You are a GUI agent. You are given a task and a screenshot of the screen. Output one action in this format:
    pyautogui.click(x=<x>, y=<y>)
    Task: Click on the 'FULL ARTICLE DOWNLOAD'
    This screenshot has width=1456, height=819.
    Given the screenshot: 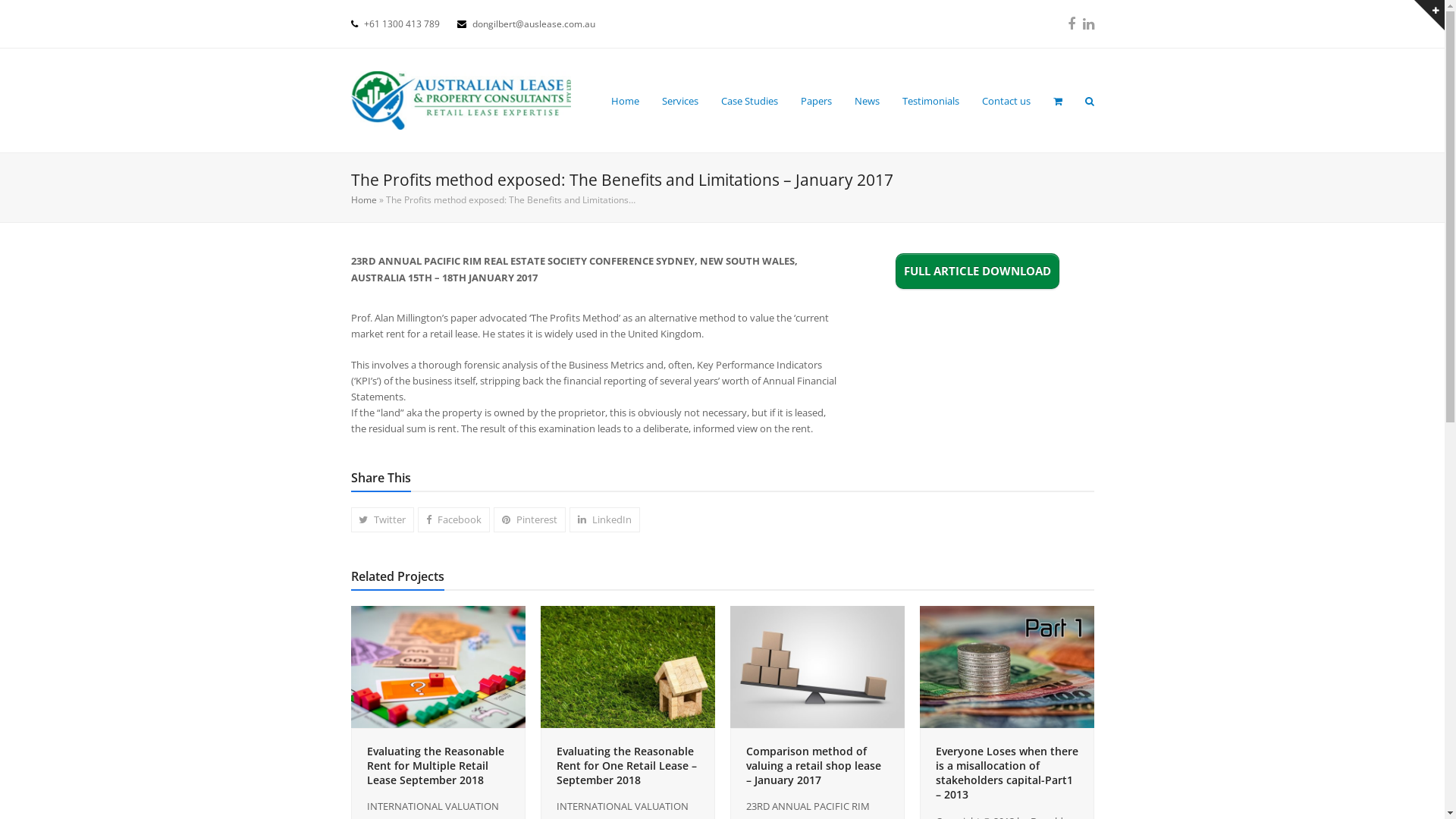 What is the action you would take?
    pyautogui.click(x=977, y=270)
    